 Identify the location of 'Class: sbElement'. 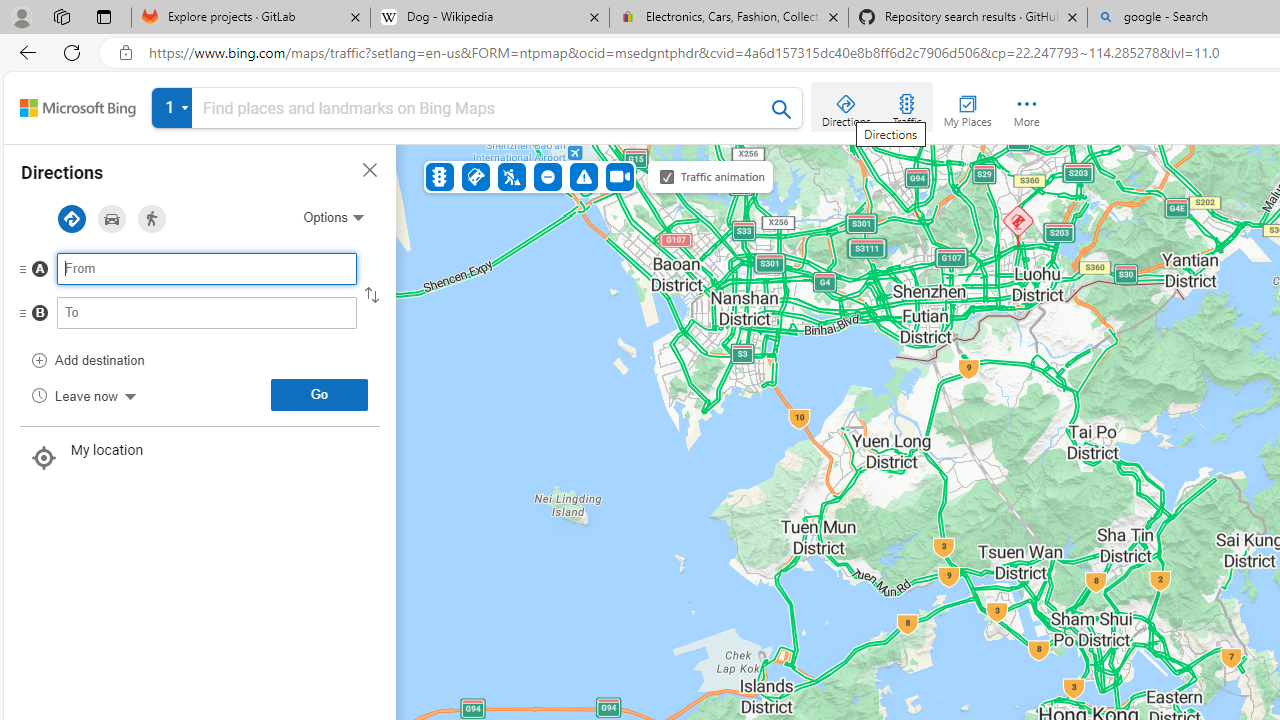
(78, 108).